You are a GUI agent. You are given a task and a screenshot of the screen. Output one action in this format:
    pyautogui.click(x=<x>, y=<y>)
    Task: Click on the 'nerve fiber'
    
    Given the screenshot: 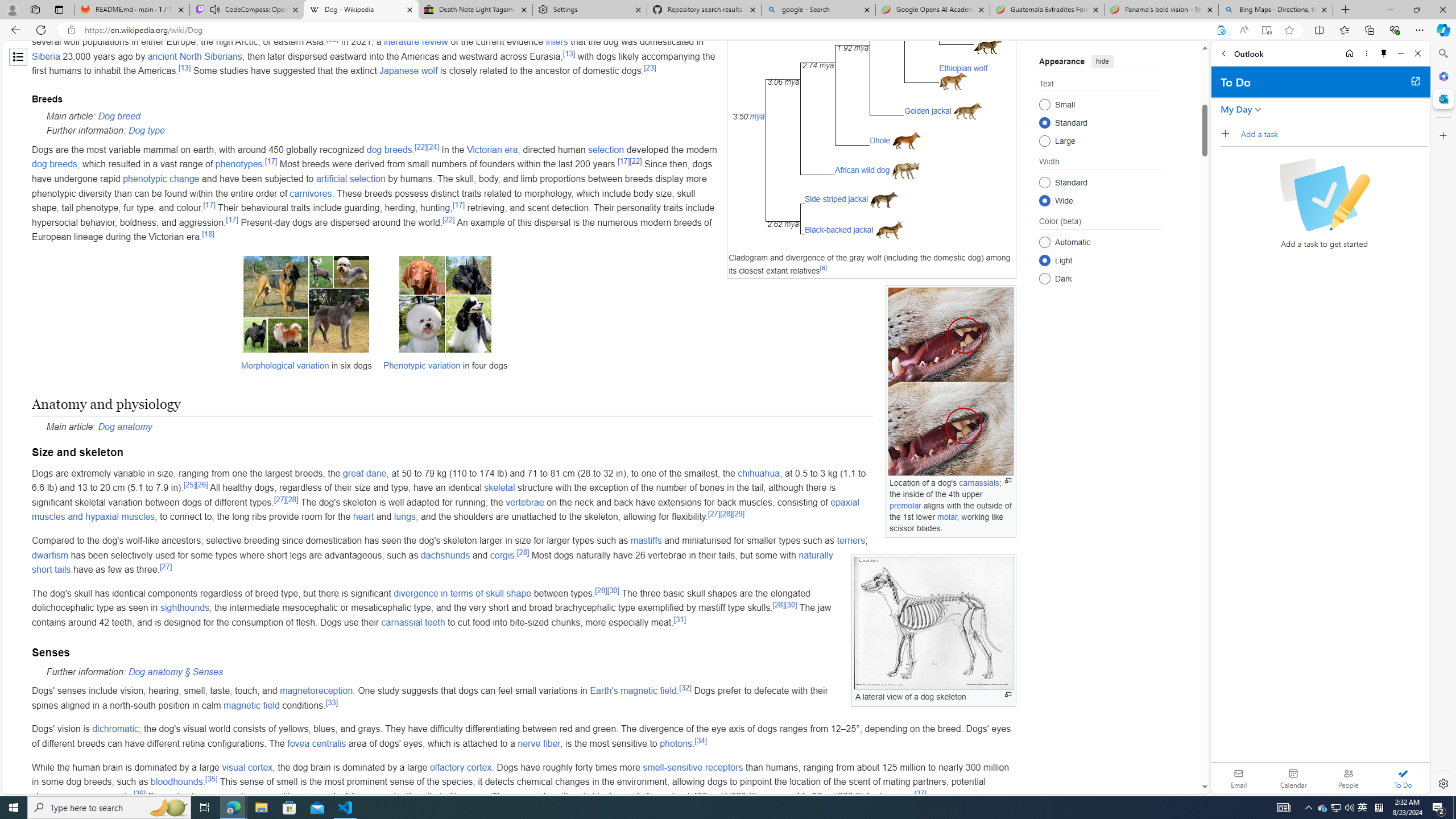 What is the action you would take?
    pyautogui.click(x=538, y=743)
    